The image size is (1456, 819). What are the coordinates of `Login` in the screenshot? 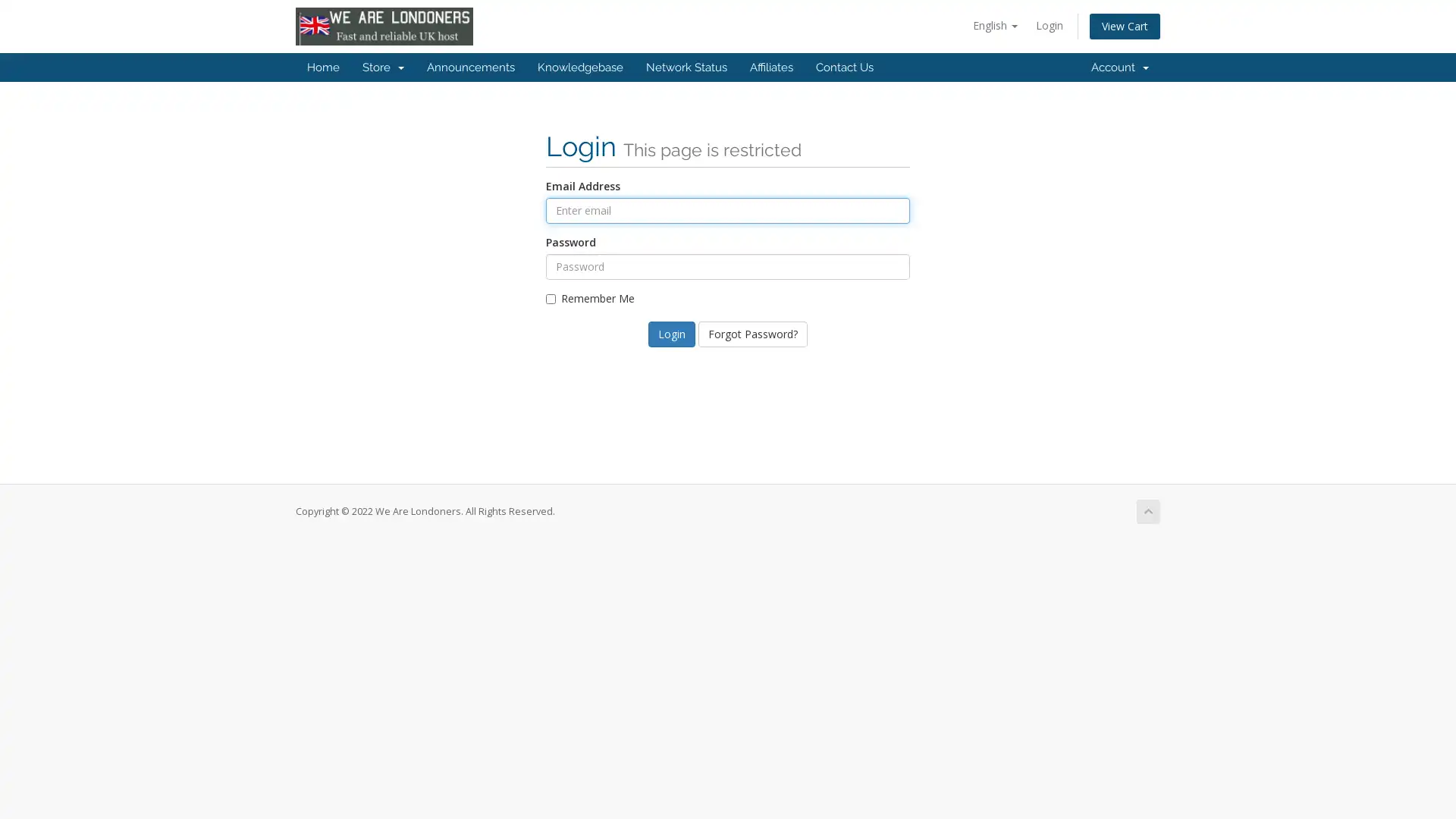 It's located at (671, 332).